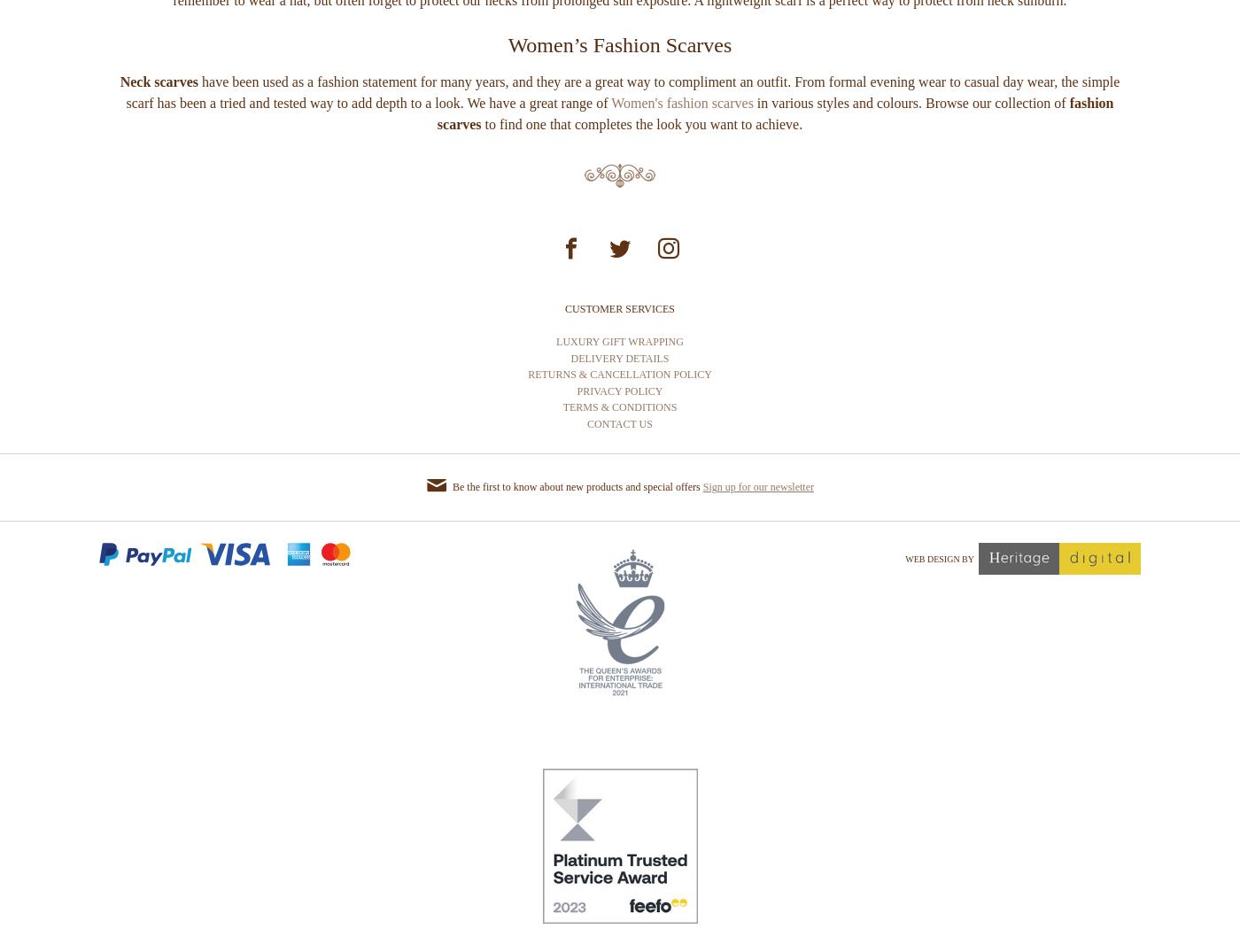  What do you see at coordinates (619, 456) in the screenshot?
I see `'Privacy Policy'` at bounding box center [619, 456].